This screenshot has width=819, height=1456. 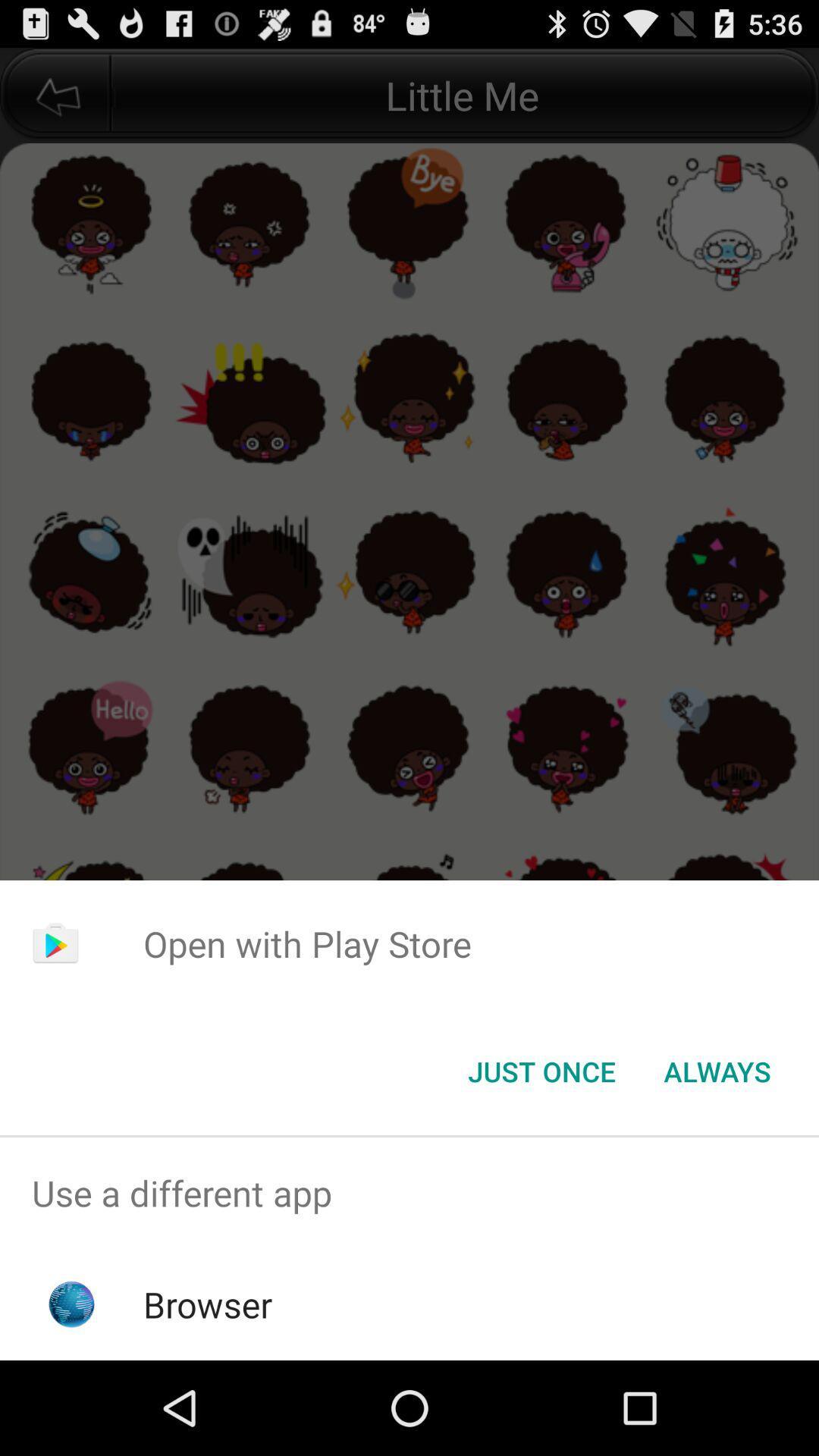 What do you see at coordinates (541, 1070) in the screenshot?
I see `icon next to always icon` at bounding box center [541, 1070].